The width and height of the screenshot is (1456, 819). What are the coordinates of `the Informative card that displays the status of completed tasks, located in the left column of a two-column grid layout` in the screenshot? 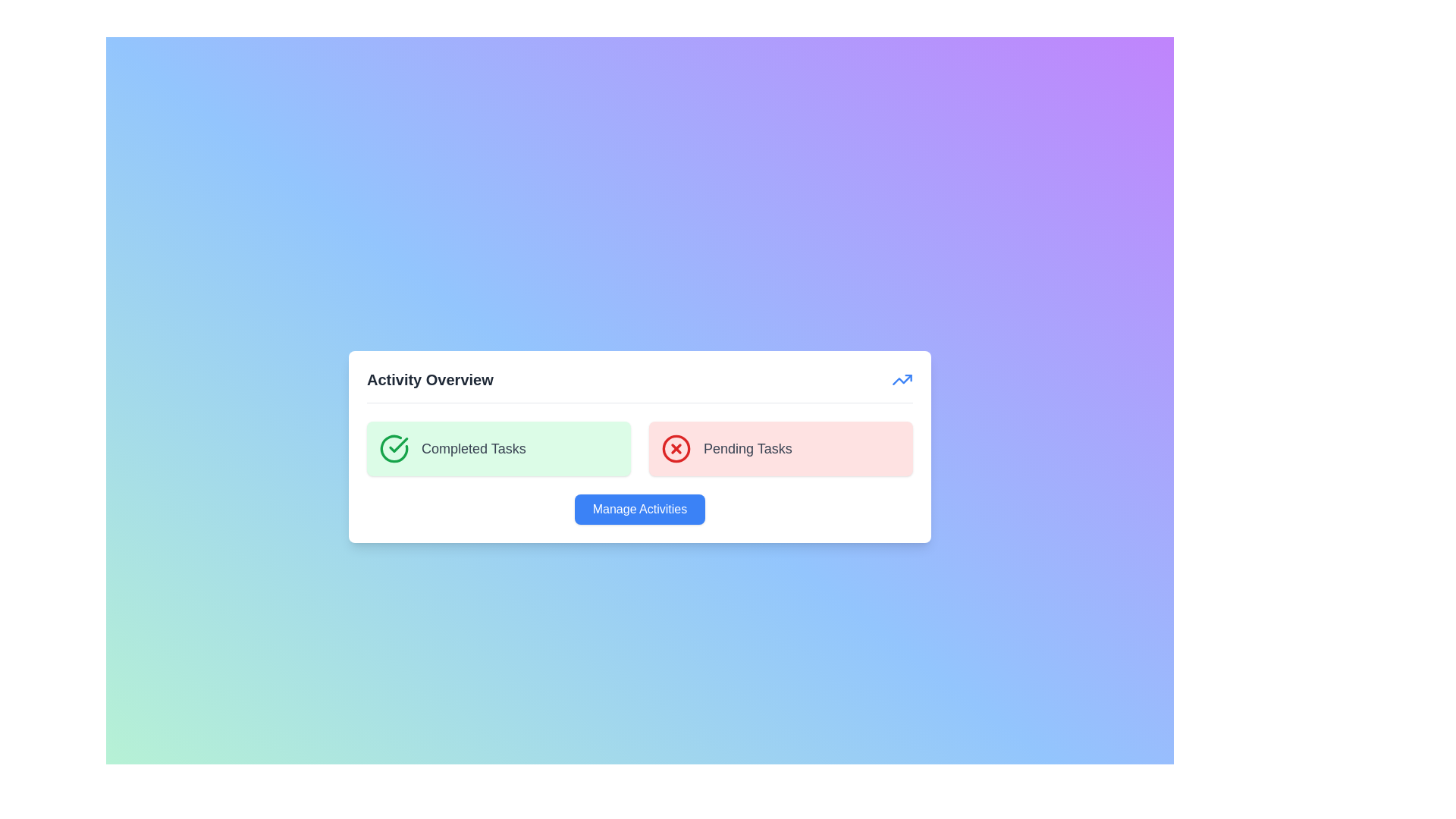 It's located at (498, 447).